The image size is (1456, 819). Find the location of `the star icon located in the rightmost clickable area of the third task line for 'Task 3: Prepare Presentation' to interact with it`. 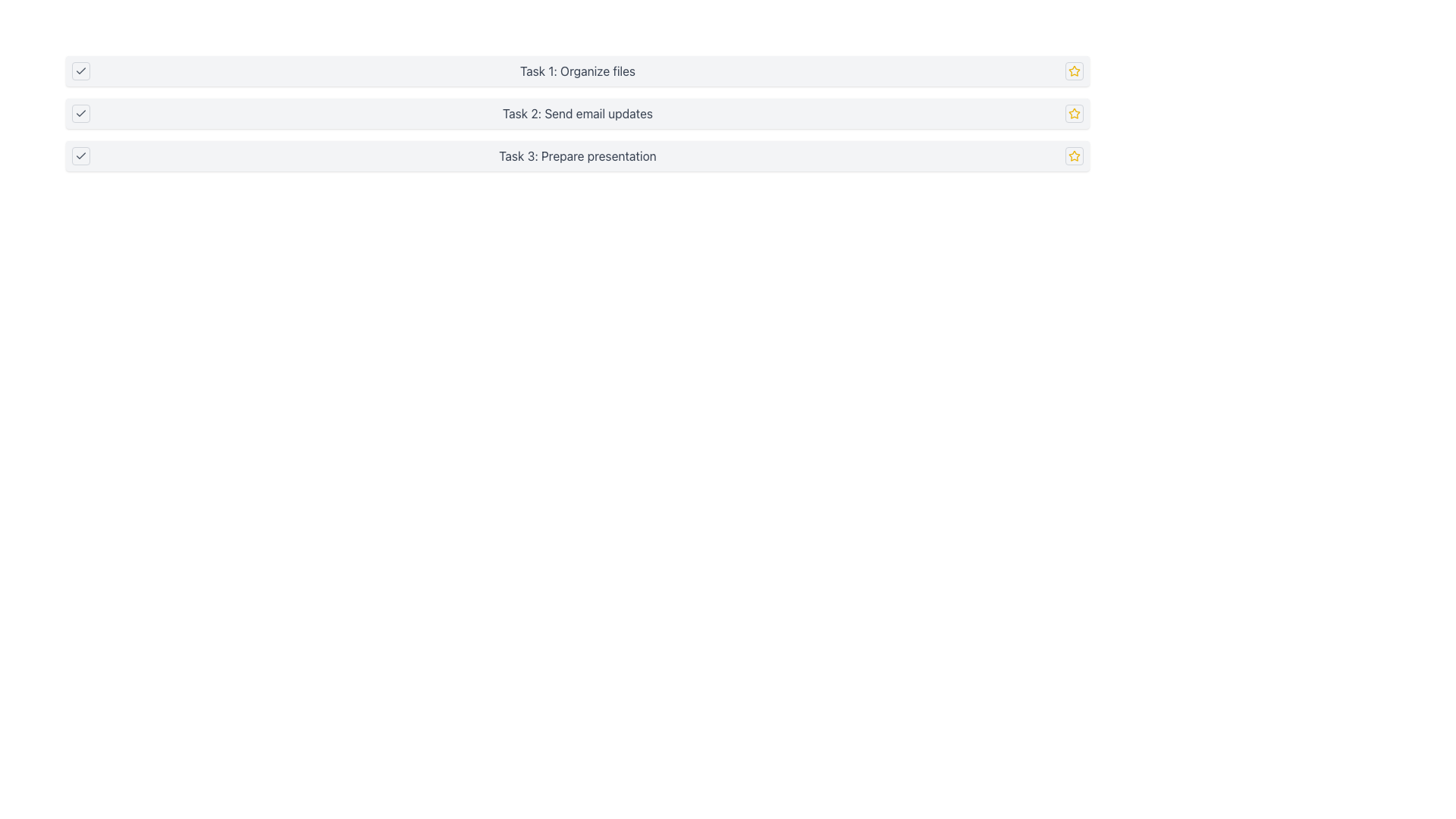

the star icon located in the rightmost clickable area of the third task line for 'Task 3: Prepare Presentation' to interact with it is located at coordinates (1073, 155).